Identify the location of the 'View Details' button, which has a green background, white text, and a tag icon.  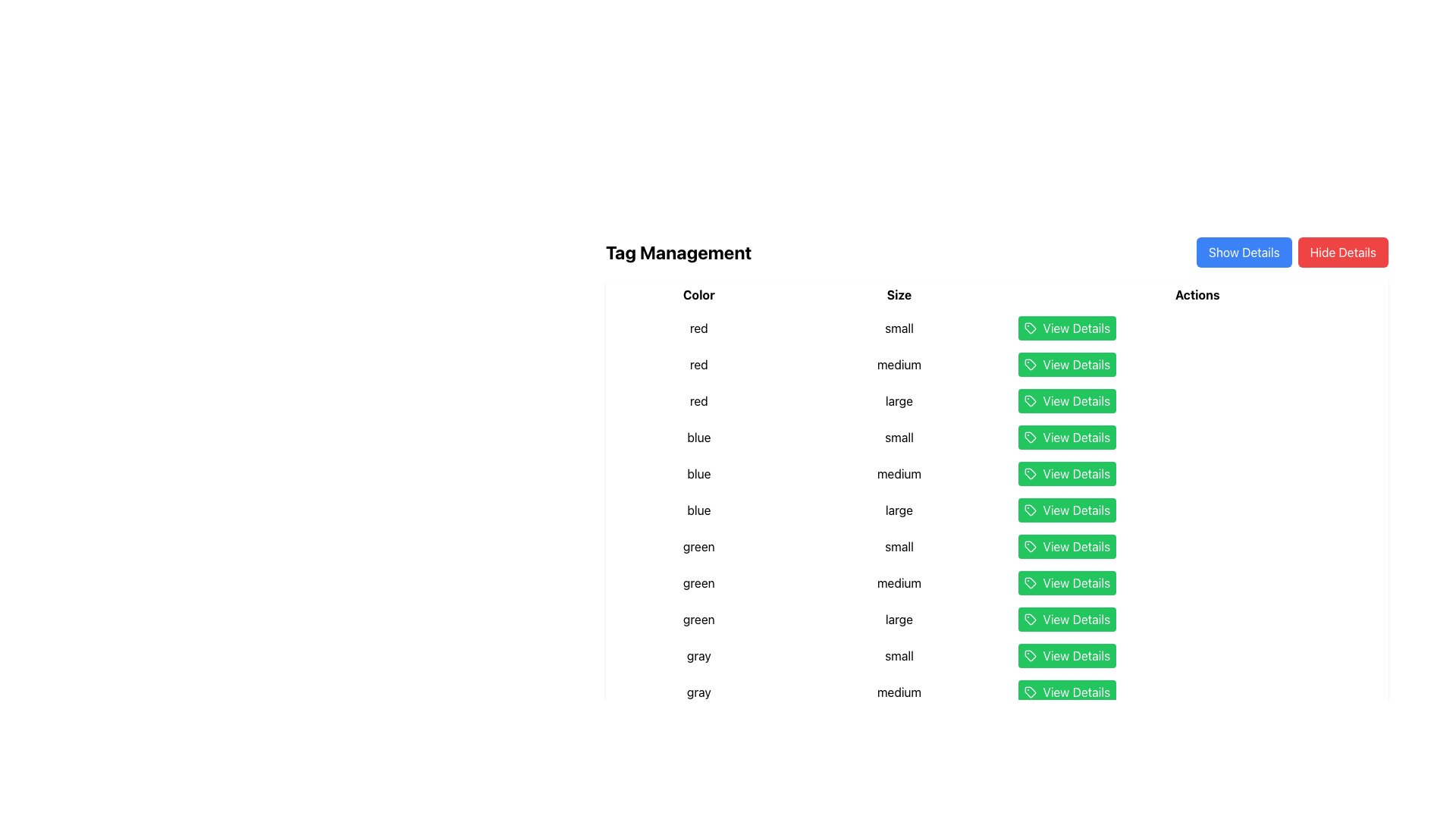
(1066, 327).